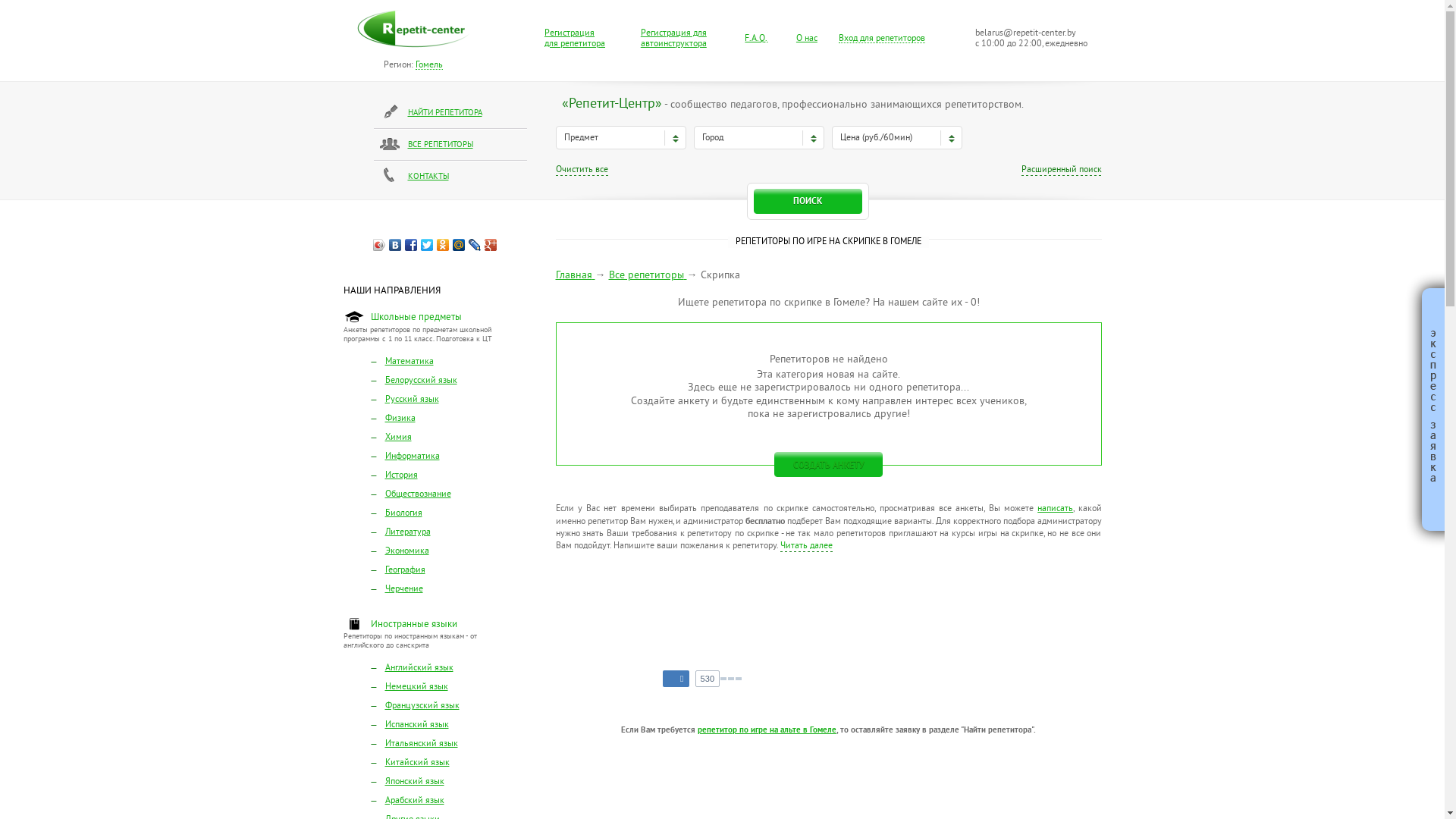 The image size is (1456, 819). I want to click on 'LiveJournal', so click(466, 244).